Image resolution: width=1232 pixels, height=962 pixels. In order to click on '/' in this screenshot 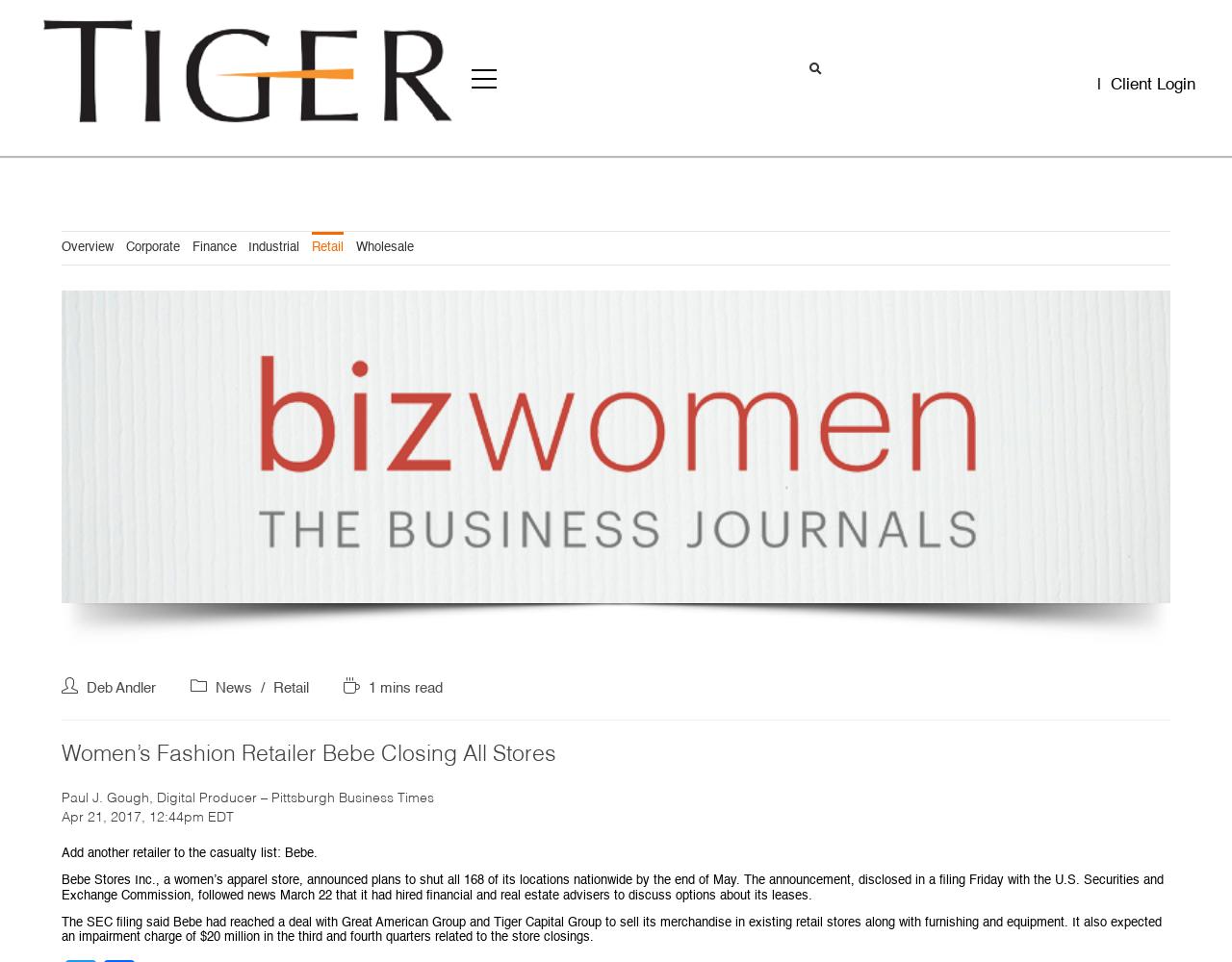, I will do `click(262, 688)`.